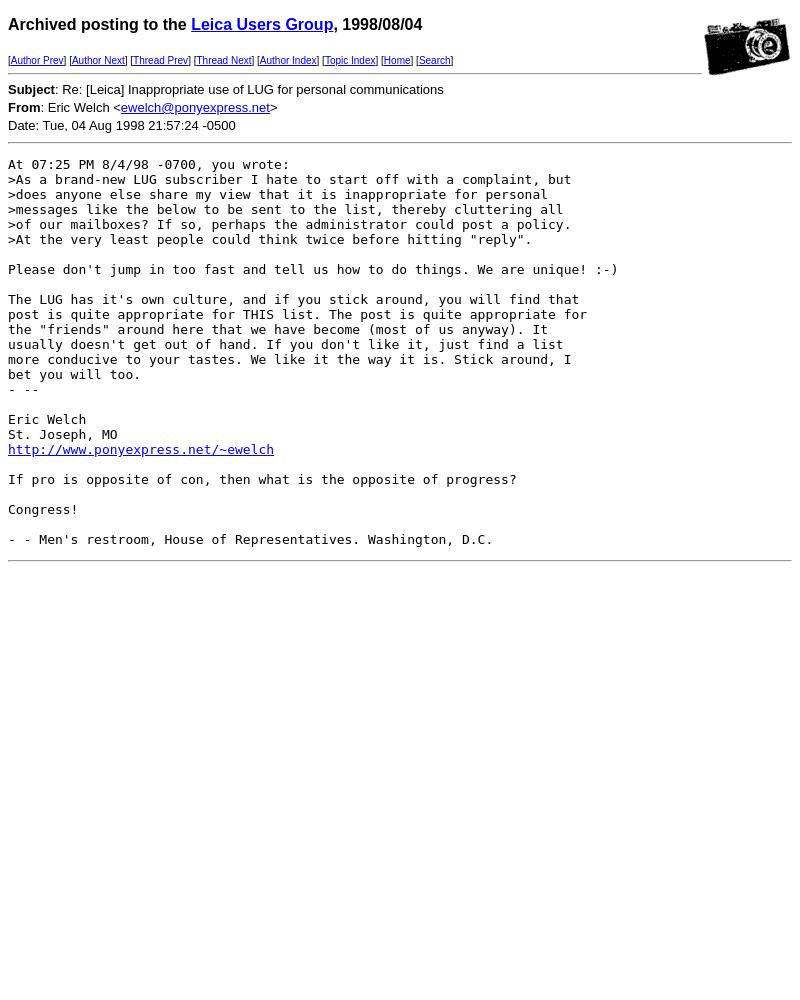  Describe the element at coordinates (8, 60) in the screenshot. I see `'['` at that location.